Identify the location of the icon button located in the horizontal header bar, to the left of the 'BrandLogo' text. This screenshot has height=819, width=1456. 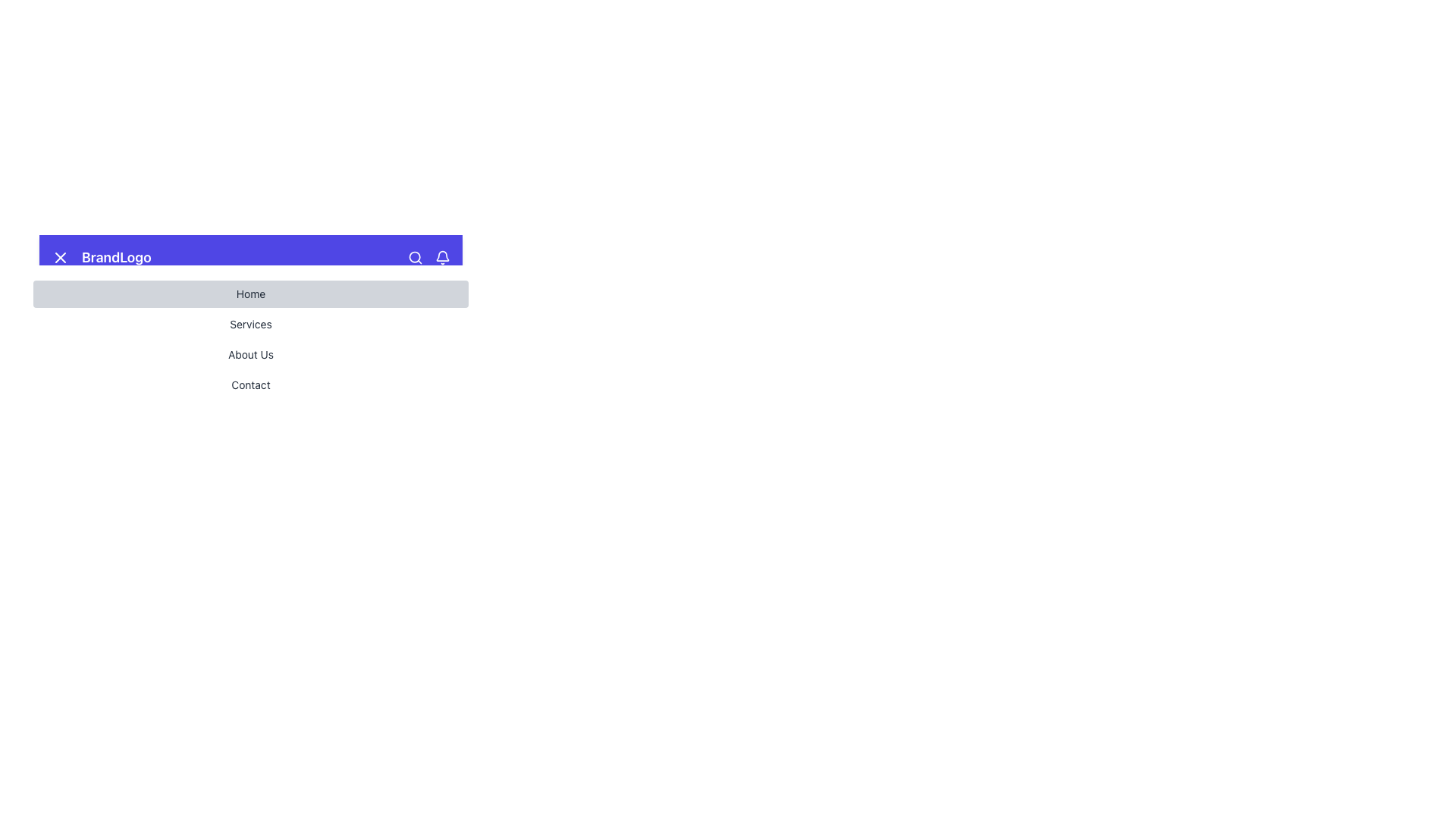
(61, 256).